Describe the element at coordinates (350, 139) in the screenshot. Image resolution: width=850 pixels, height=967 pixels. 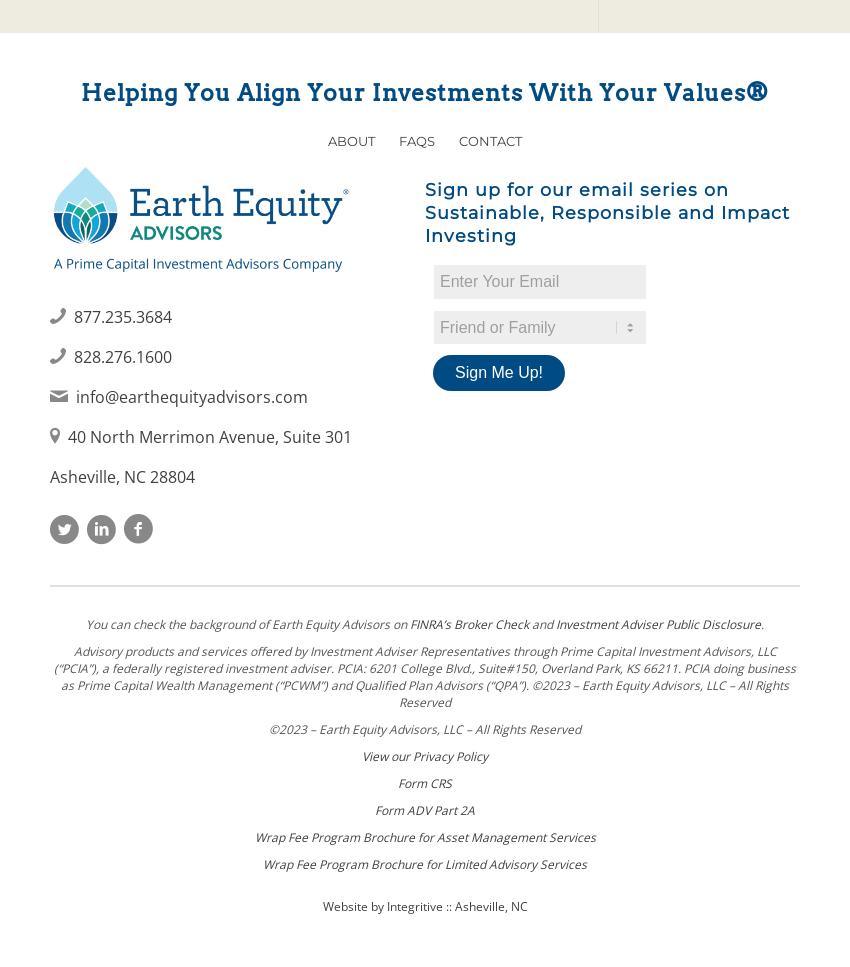
I see `'About'` at that location.